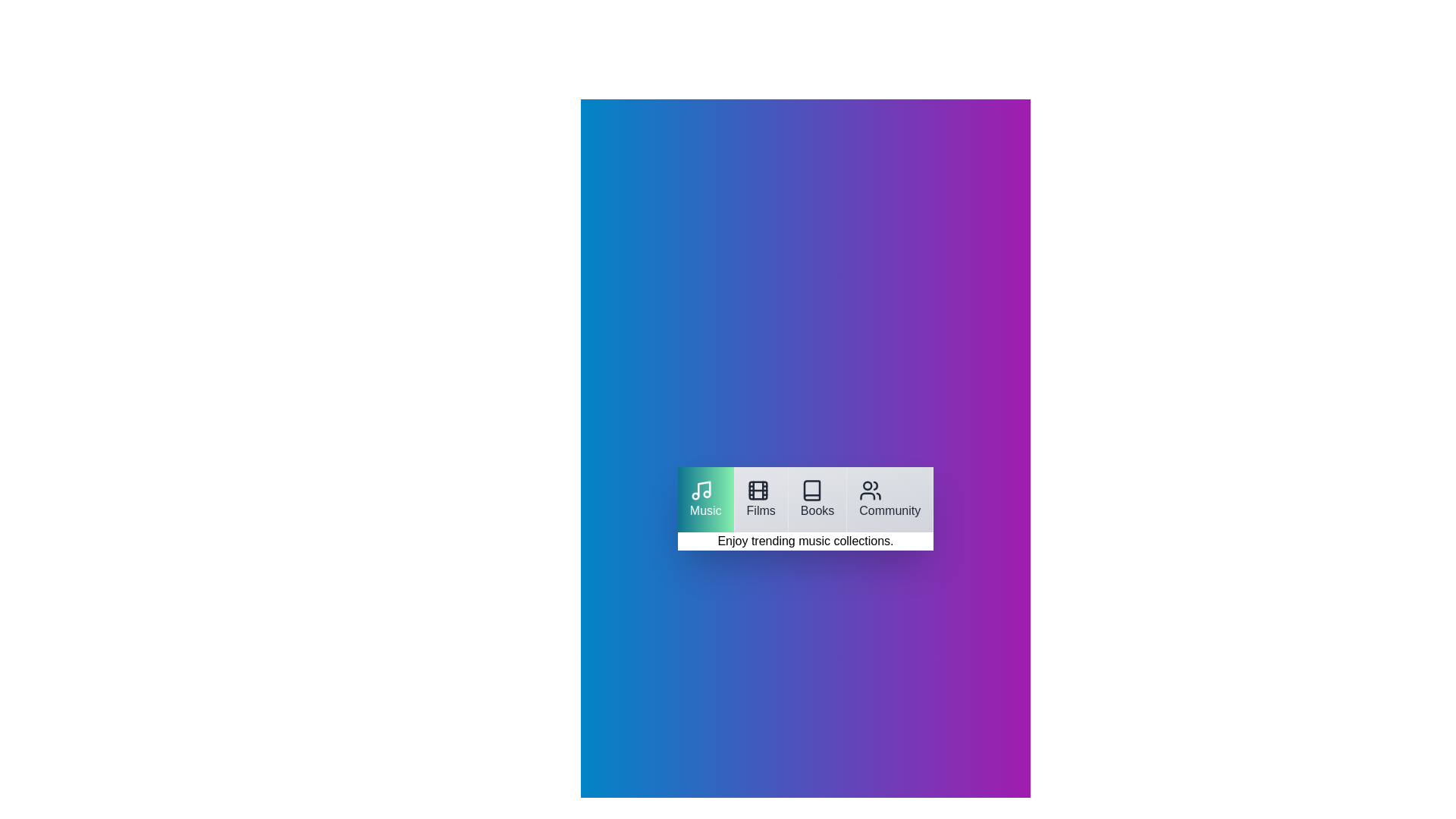 The width and height of the screenshot is (1456, 819). I want to click on the keyboard navigation on the 'Films' button, so click(761, 500).